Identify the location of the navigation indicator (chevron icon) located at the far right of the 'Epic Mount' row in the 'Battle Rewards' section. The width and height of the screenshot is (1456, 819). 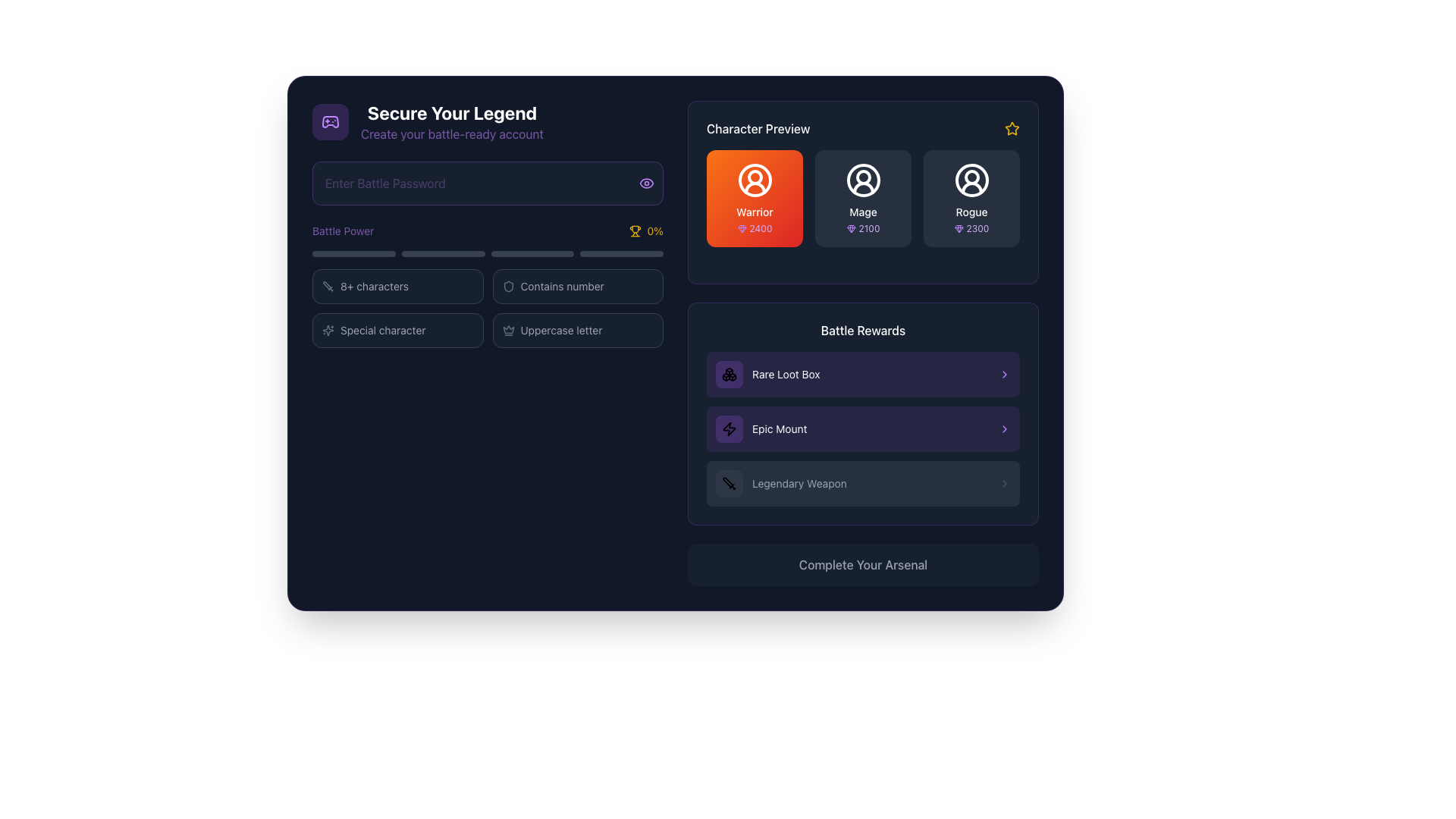
(1004, 429).